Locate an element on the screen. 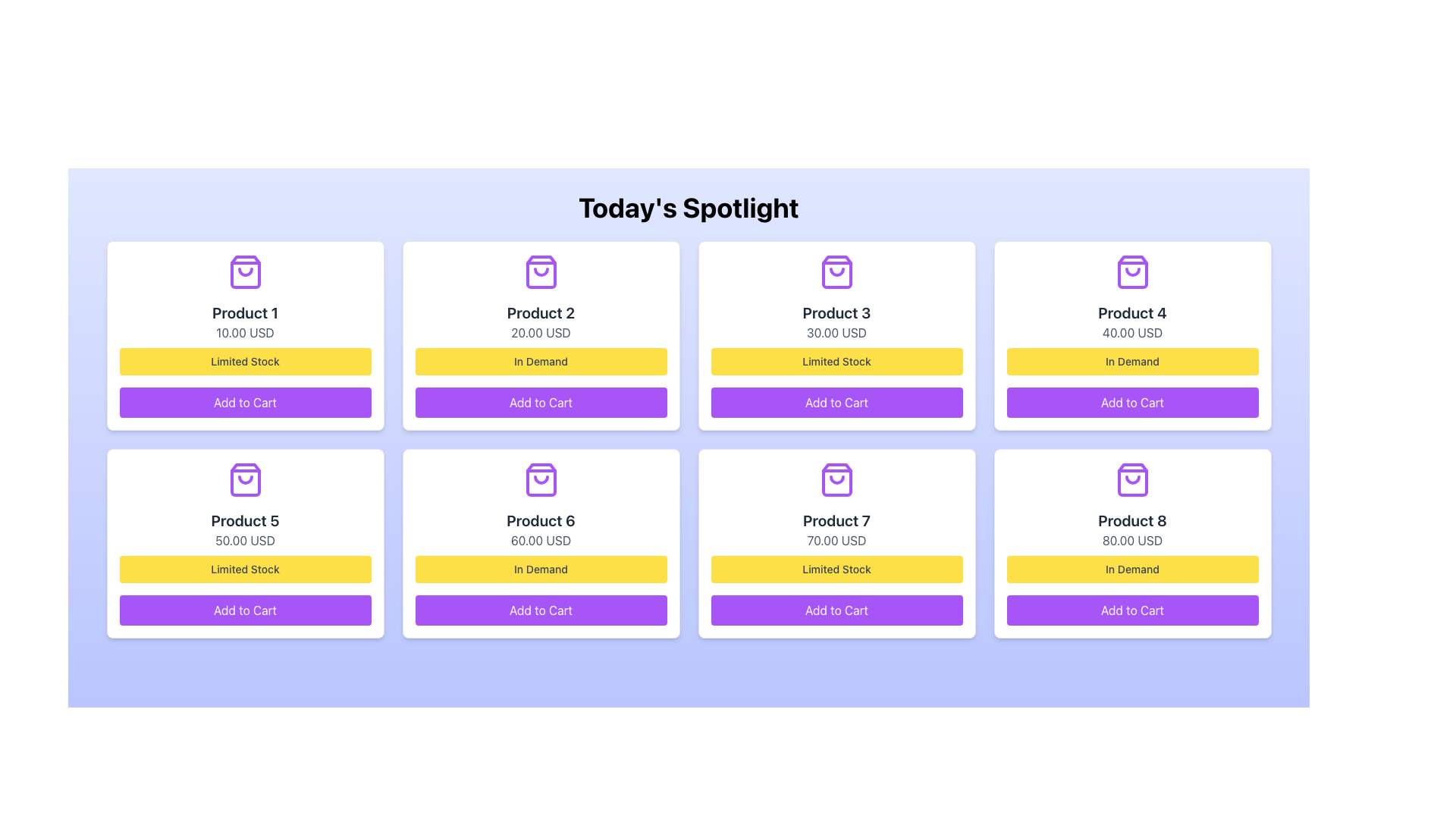  the purple shopping bag SVG icon located at the top section of the 'Product 2' card, which is horizontally centered within the card is located at coordinates (541, 271).